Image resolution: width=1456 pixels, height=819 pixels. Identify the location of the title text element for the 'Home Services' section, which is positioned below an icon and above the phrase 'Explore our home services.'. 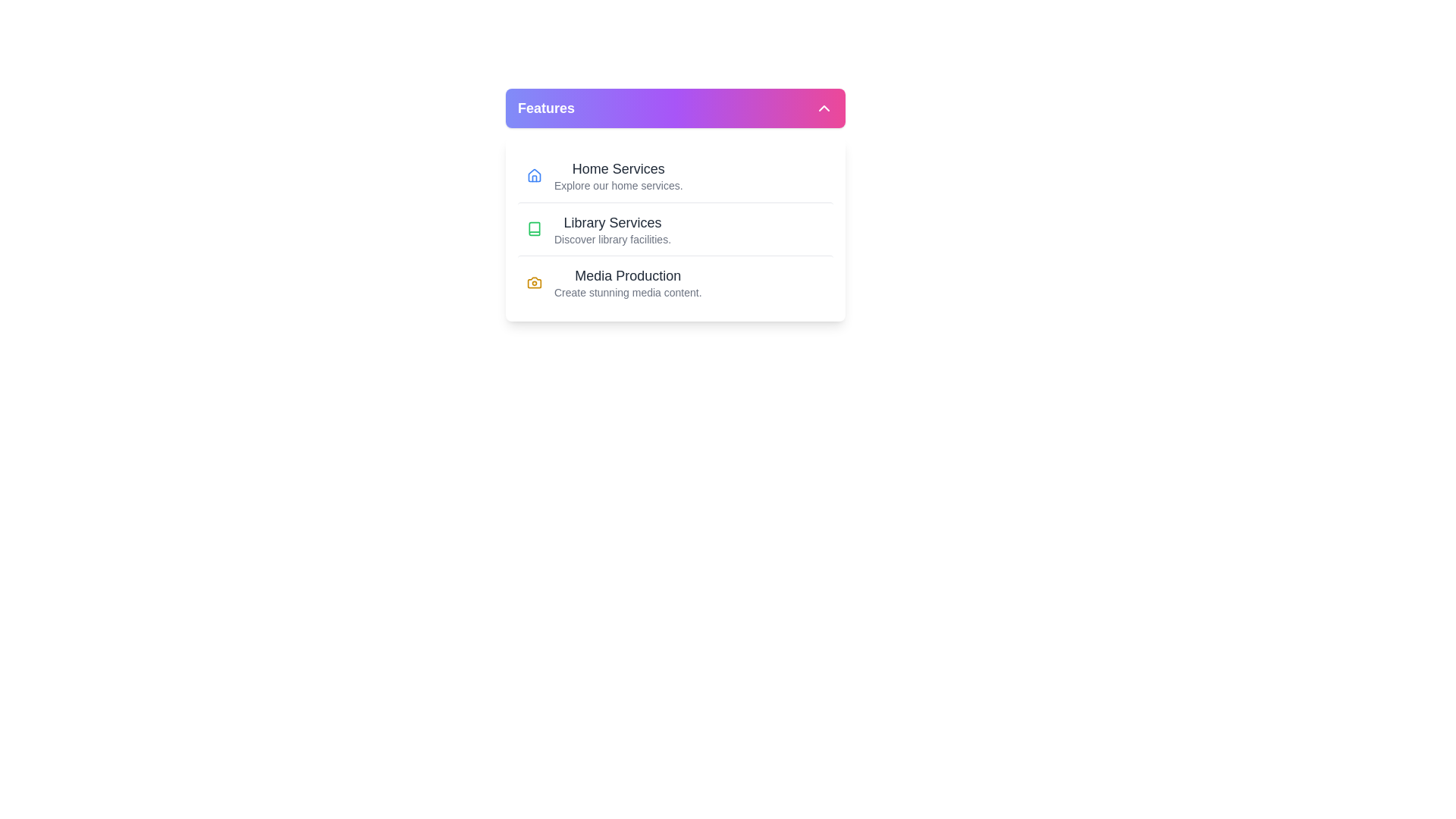
(618, 169).